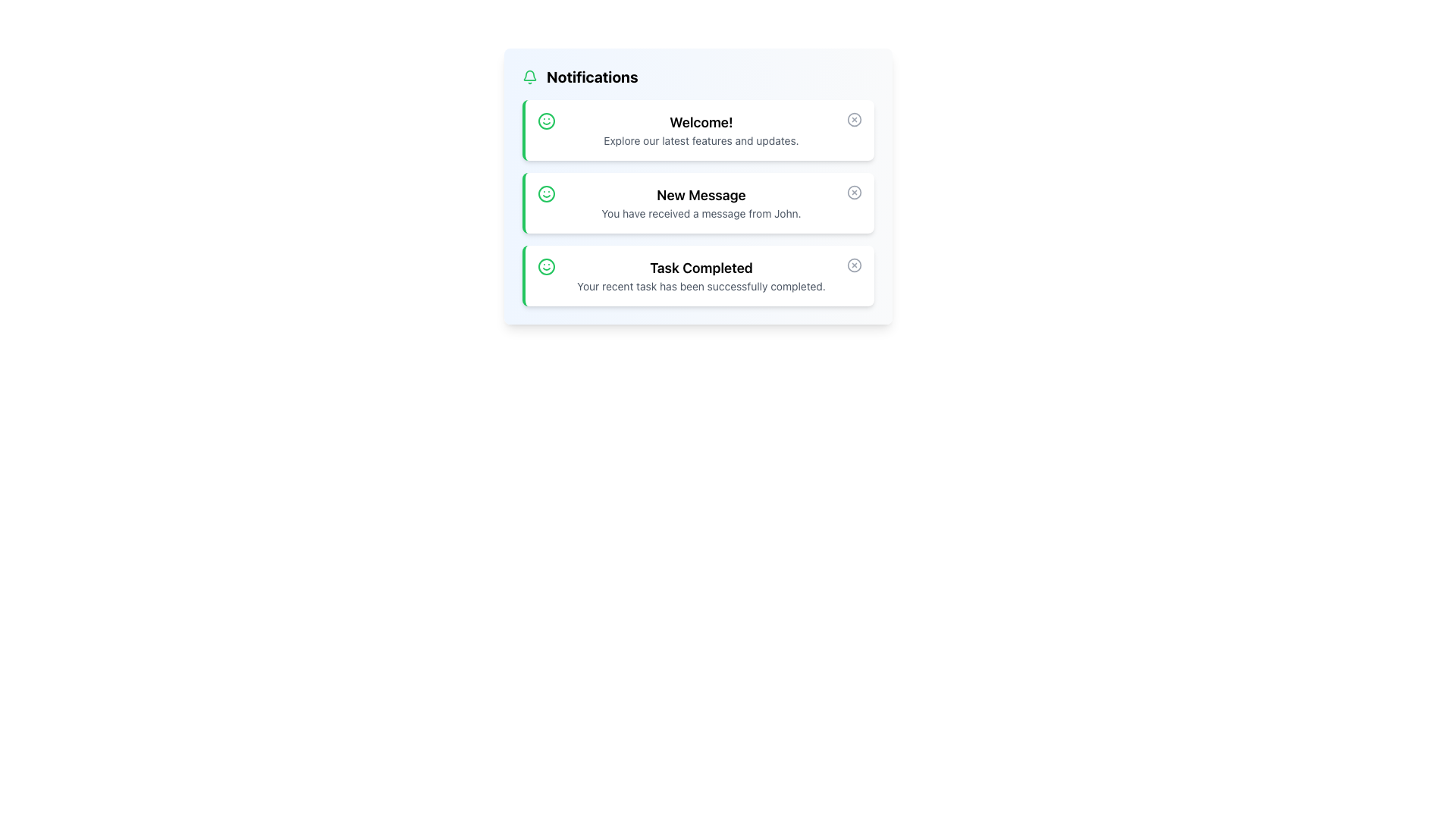 This screenshot has width=1456, height=819. What do you see at coordinates (698, 186) in the screenshot?
I see `the notification card displaying a message about receiving a new message from John, which is the second card in the notifications panel` at bounding box center [698, 186].